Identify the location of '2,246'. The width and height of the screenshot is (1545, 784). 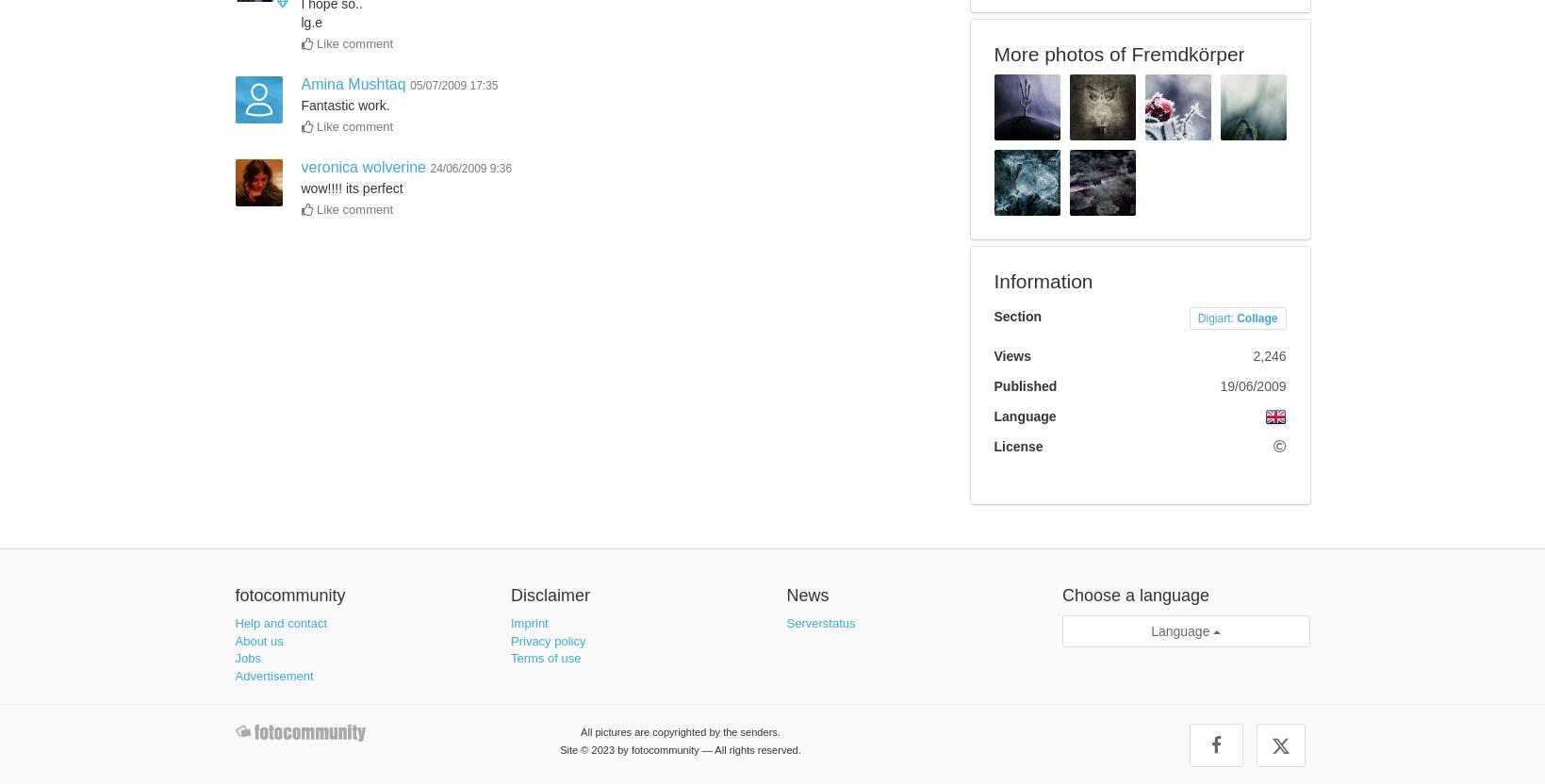
(1268, 353).